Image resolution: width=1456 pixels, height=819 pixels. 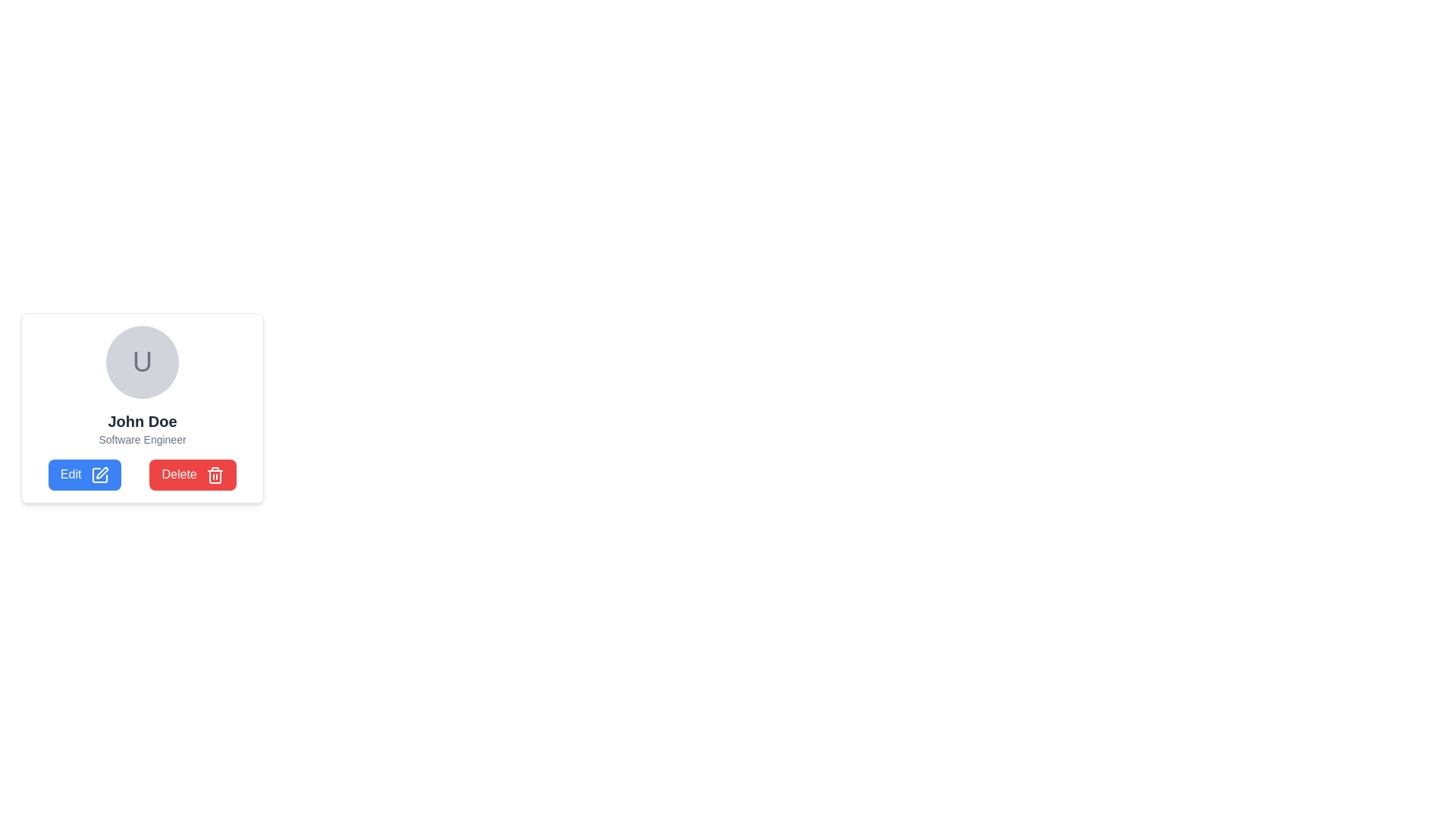 What do you see at coordinates (83, 474) in the screenshot?
I see `the edit button located at the bottom left of the user details card` at bounding box center [83, 474].